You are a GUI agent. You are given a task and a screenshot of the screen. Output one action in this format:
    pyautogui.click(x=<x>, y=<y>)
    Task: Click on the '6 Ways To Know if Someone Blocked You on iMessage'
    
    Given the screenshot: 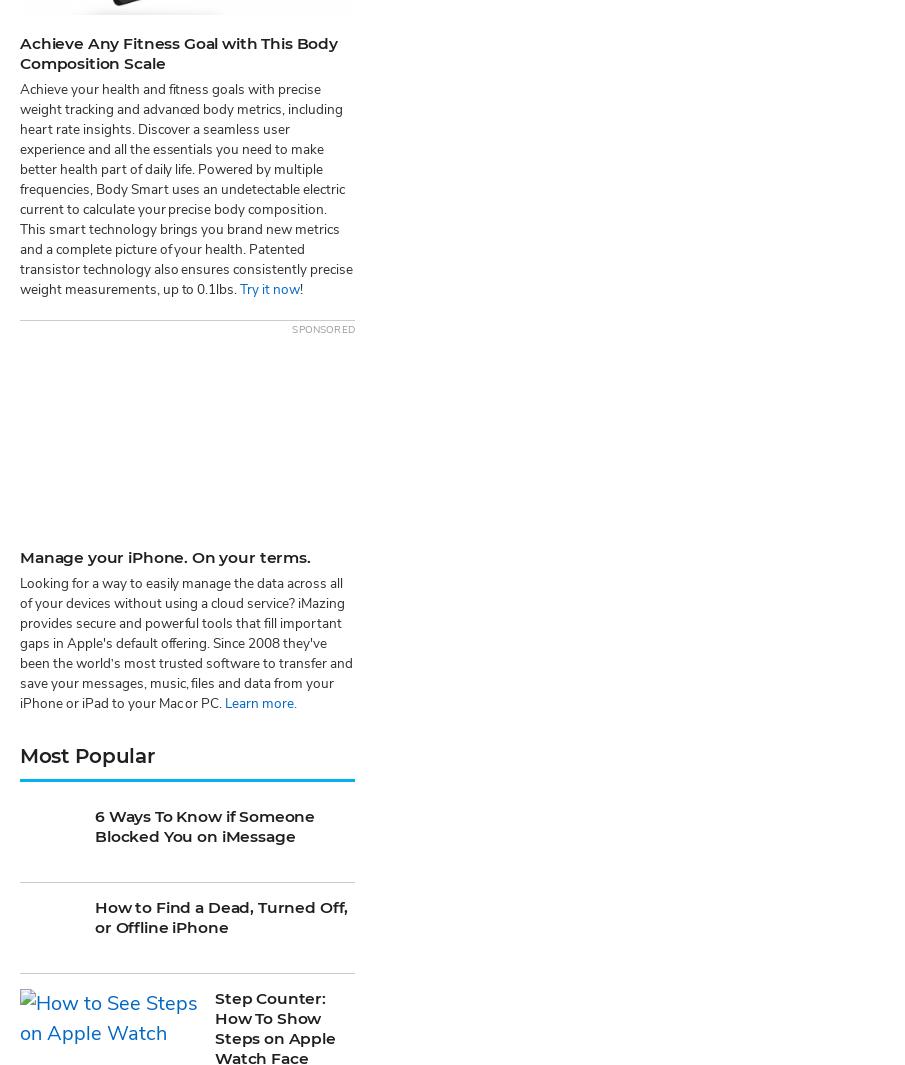 What is the action you would take?
    pyautogui.click(x=203, y=237)
    